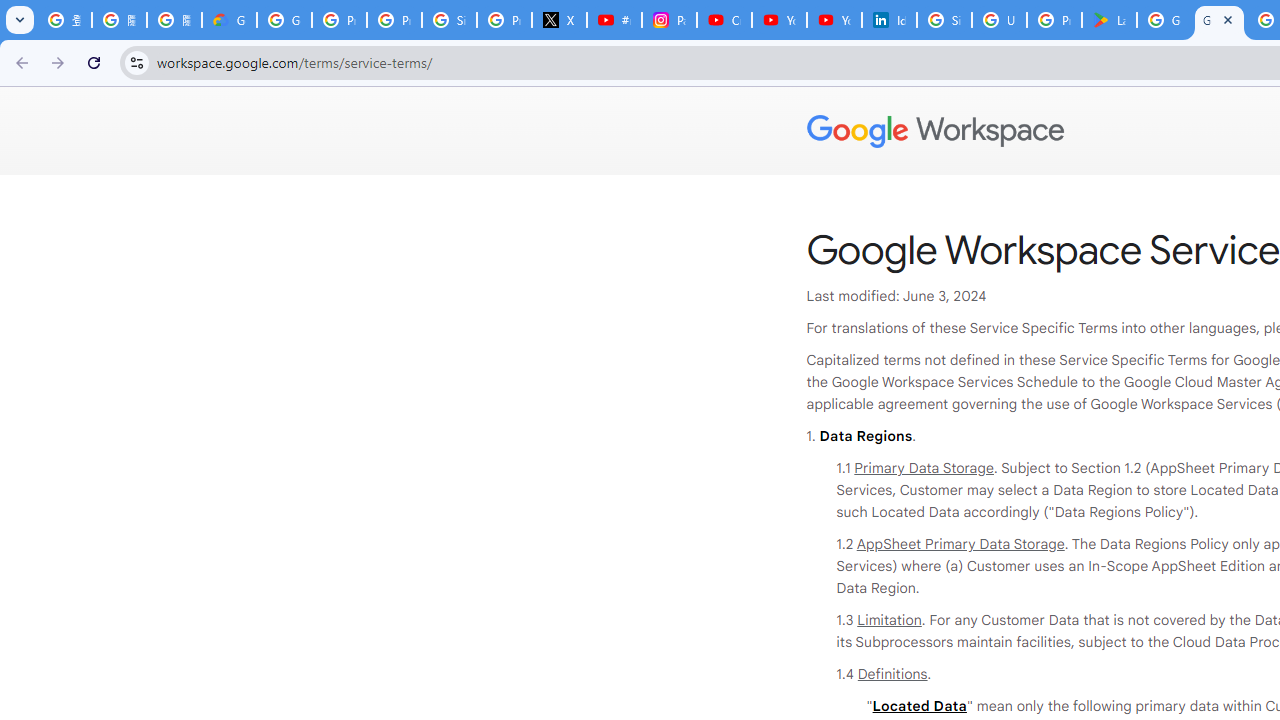 The image size is (1280, 720). I want to click on 'Identity verification via Persona | LinkedIn Help', so click(887, 20).